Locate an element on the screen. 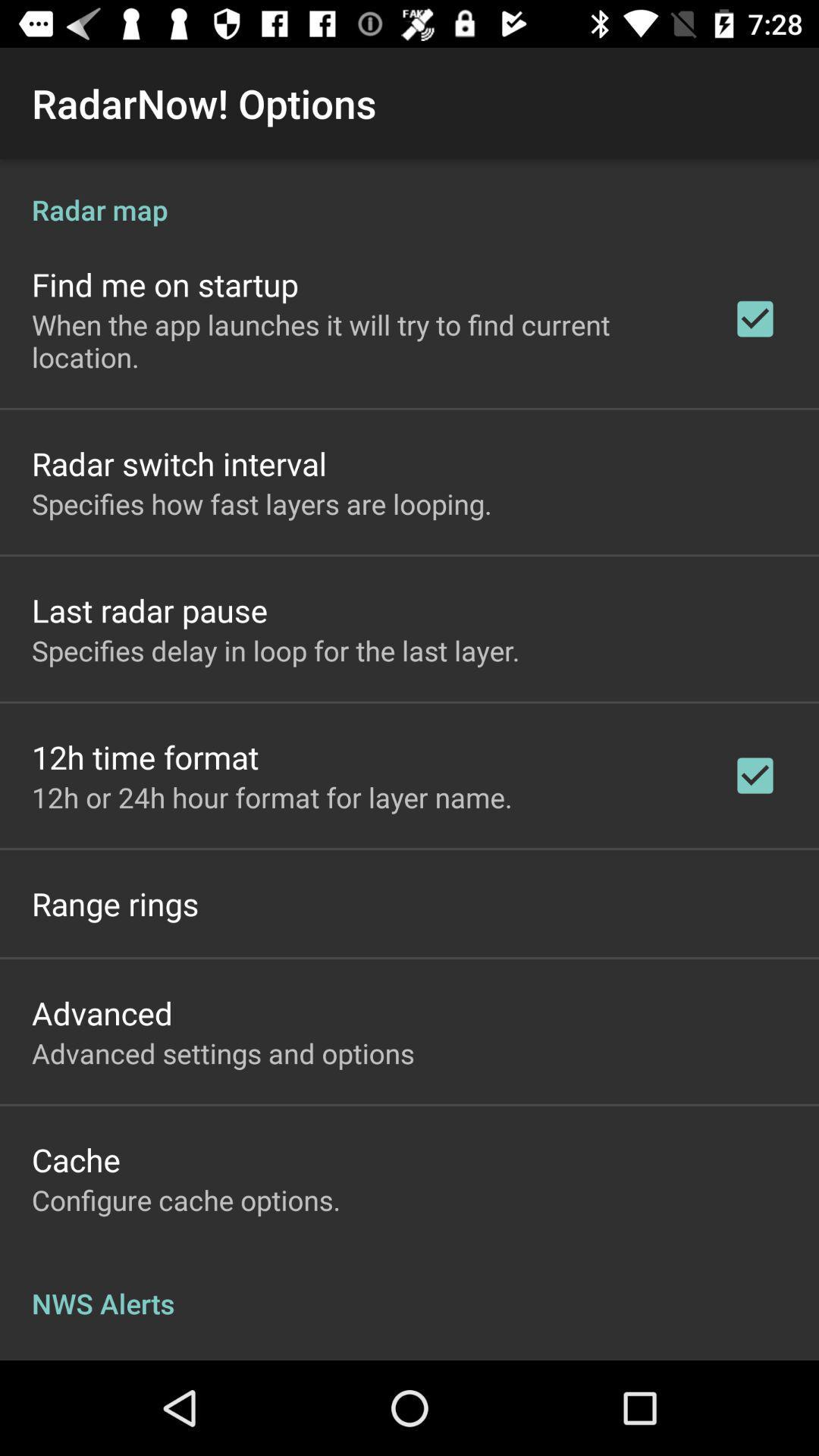  last radar pause item is located at coordinates (149, 610).